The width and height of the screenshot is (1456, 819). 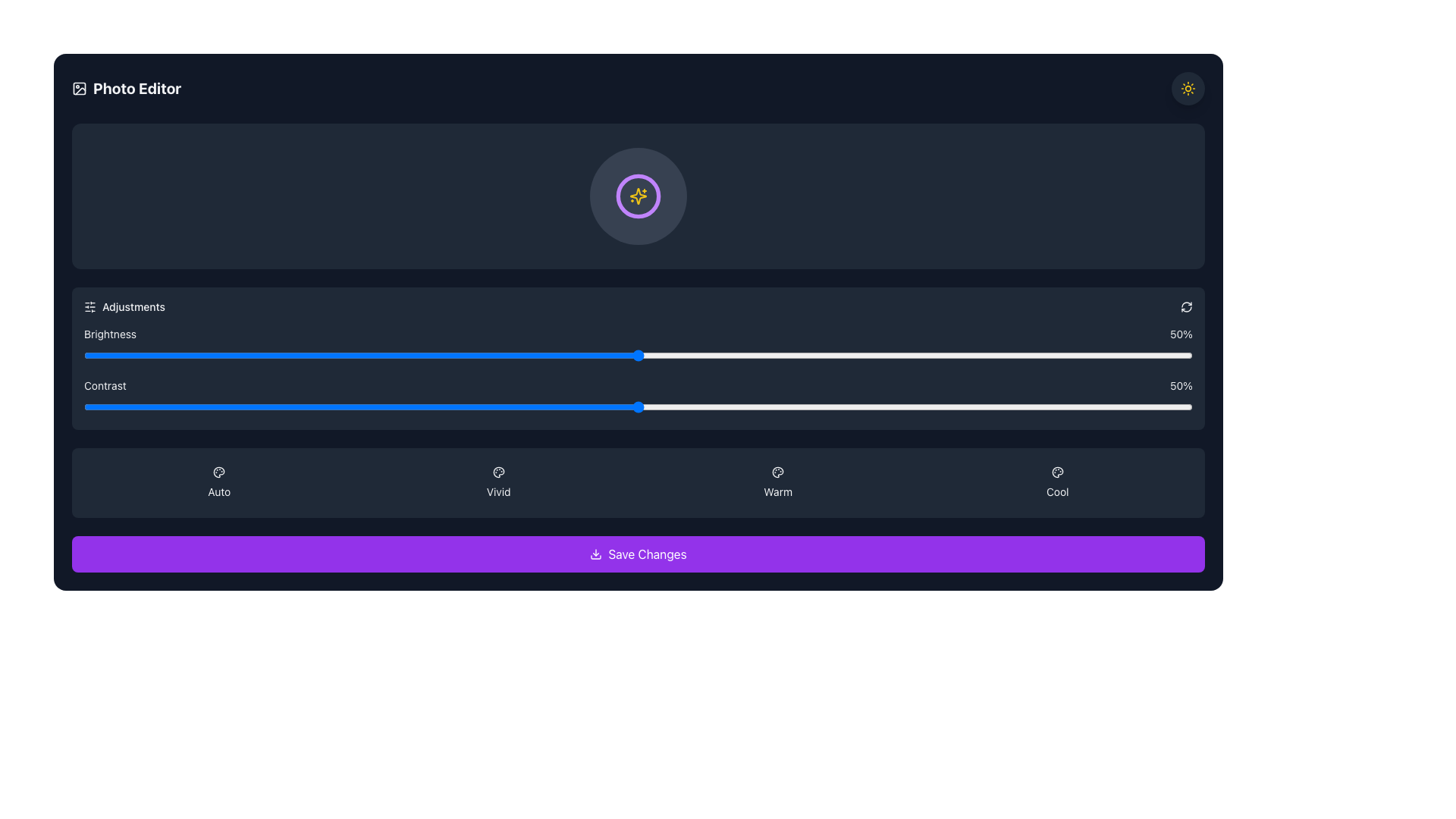 What do you see at coordinates (1056, 472) in the screenshot?
I see `the small circular palette icon with a thin black stroke representing the 'Cool' label` at bounding box center [1056, 472].